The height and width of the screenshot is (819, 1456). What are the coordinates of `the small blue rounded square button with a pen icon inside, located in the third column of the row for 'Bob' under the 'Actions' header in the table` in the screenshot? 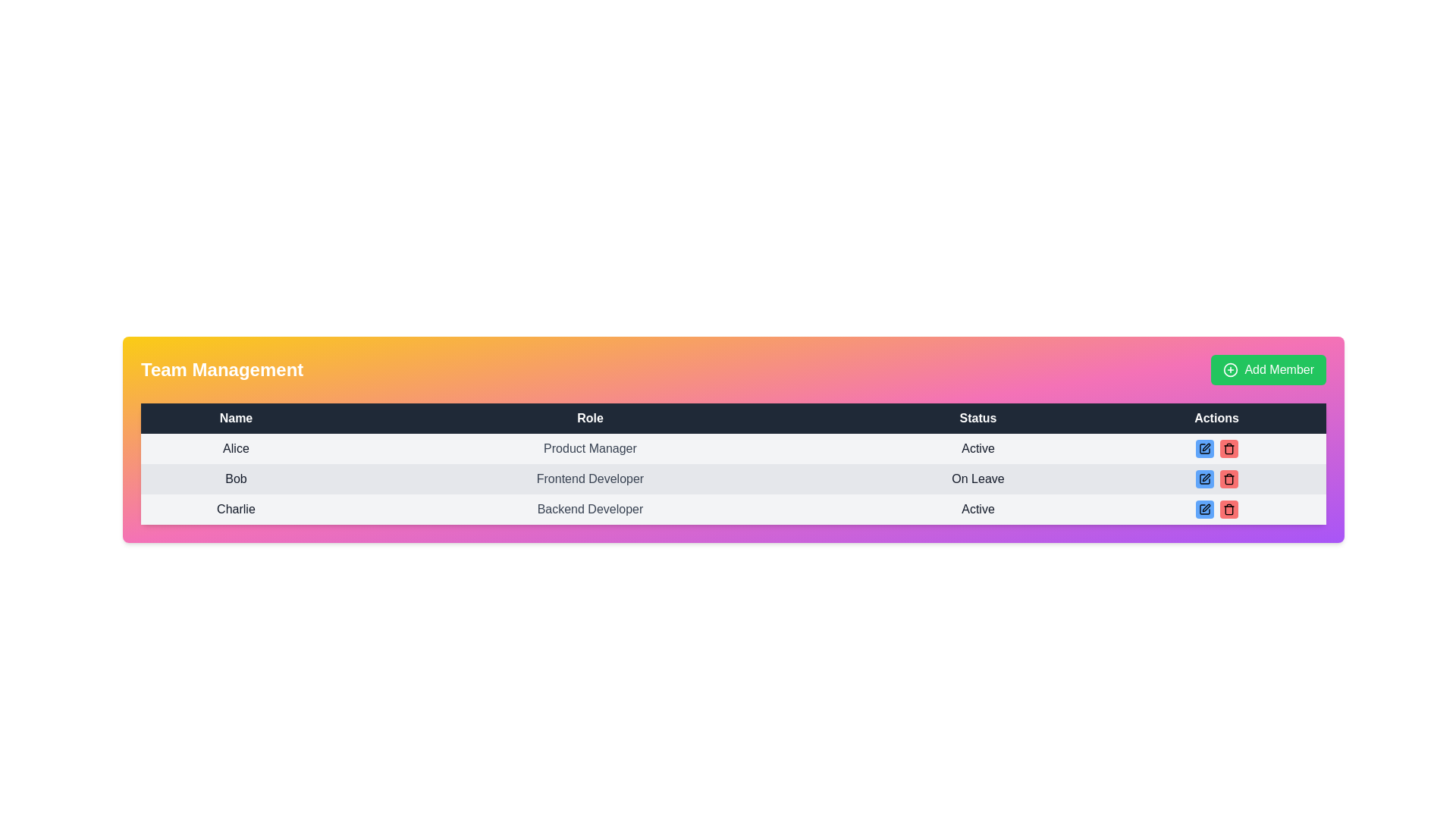 It's located at (1203, 447).